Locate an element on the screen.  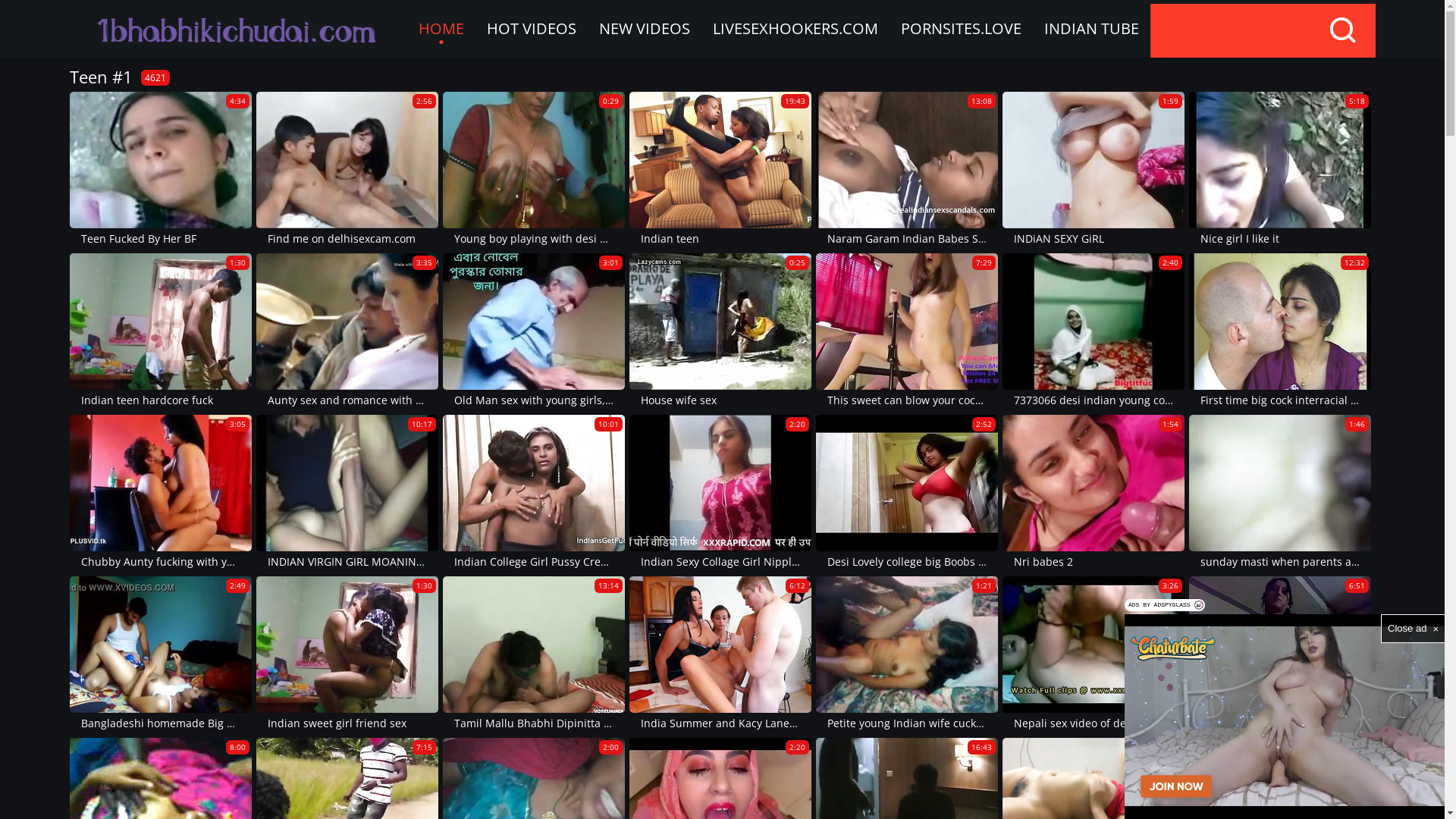
'4:34 is located at coordinates (160, 170).